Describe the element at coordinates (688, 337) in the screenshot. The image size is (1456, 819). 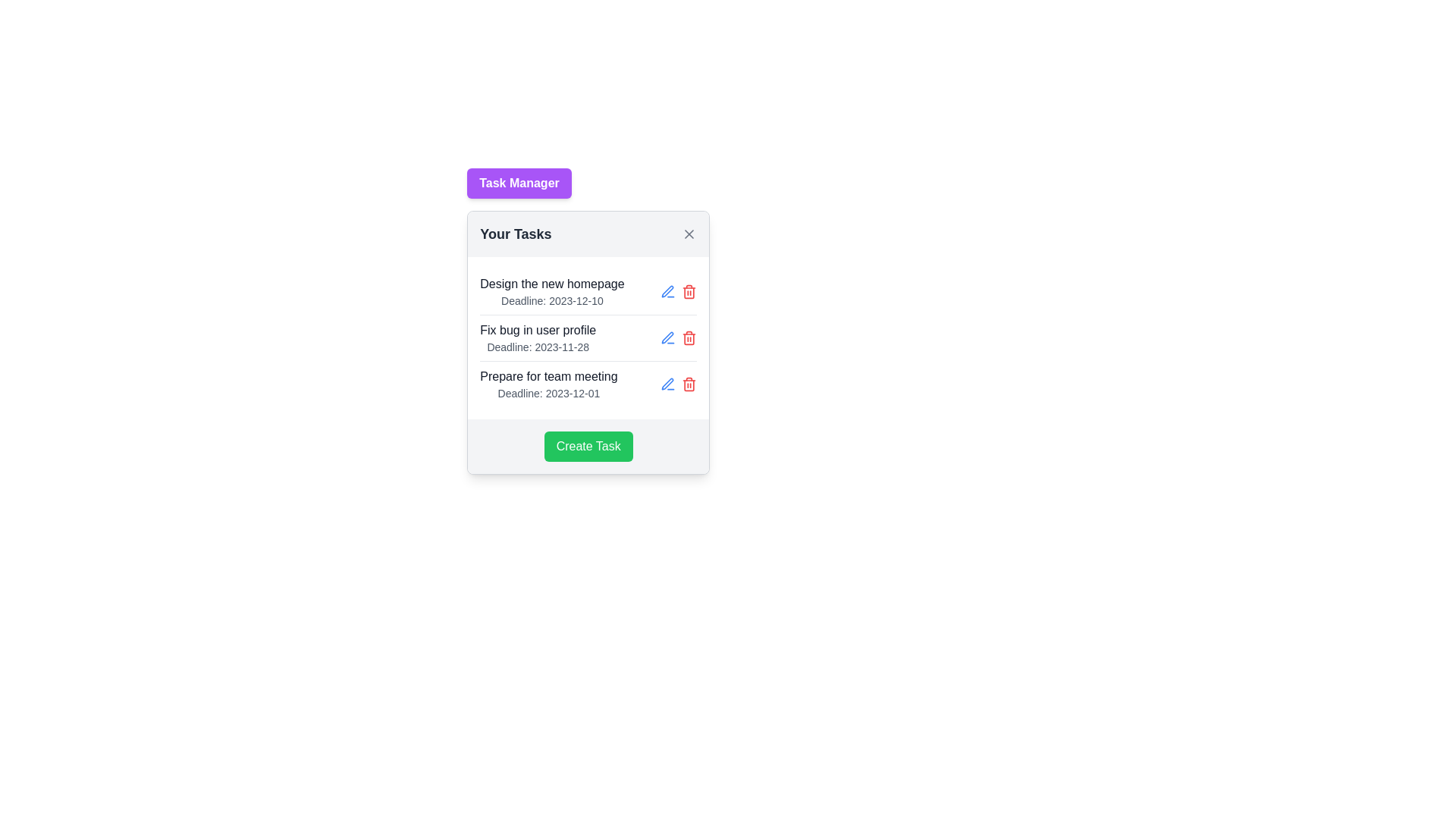
I see `the delete icon button located in the third row of the 'Your Tasks' popup card` at that location.